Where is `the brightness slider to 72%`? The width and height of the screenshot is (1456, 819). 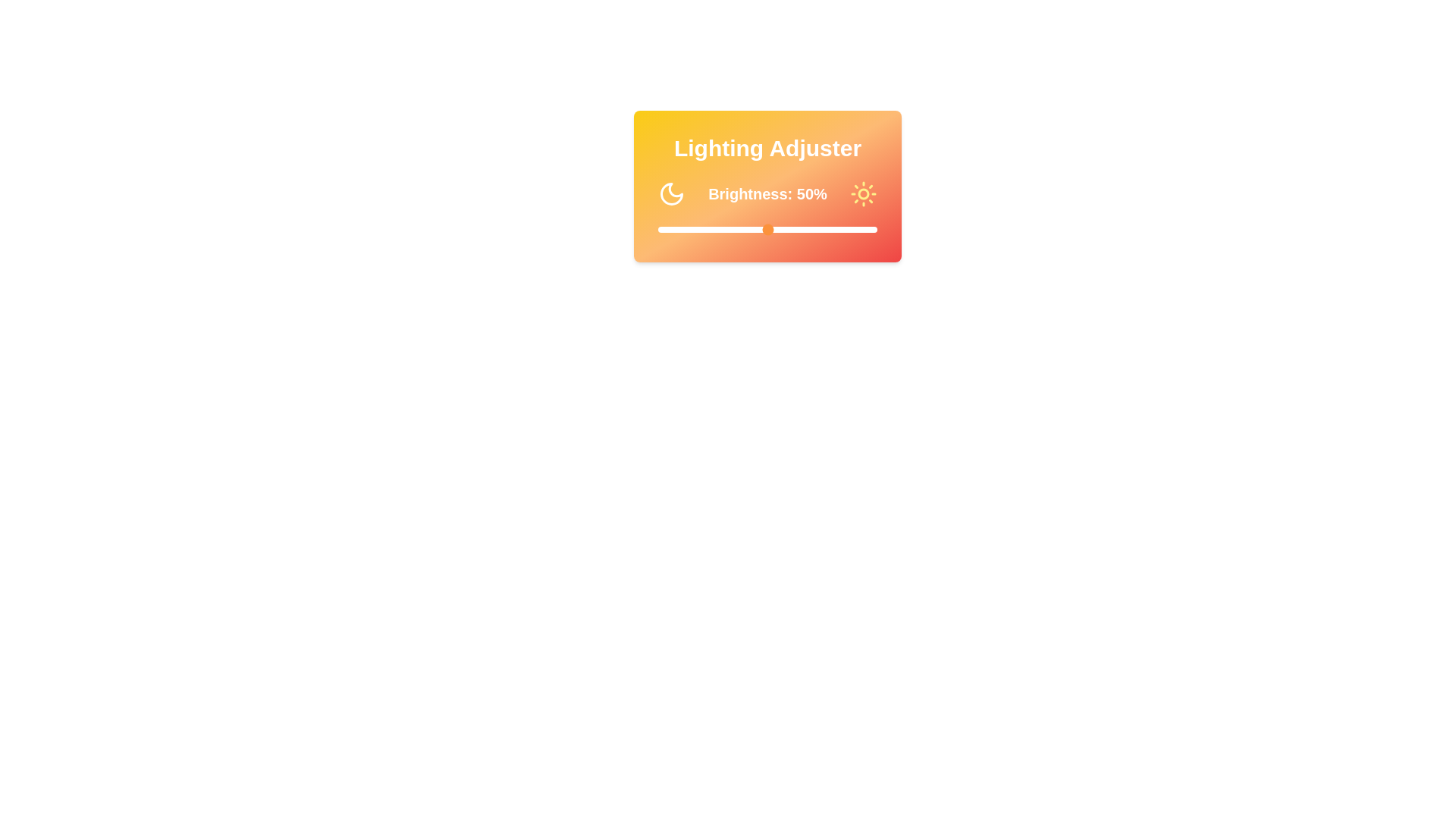 the brightness slider to 72% is located at coordinates (815, 230).